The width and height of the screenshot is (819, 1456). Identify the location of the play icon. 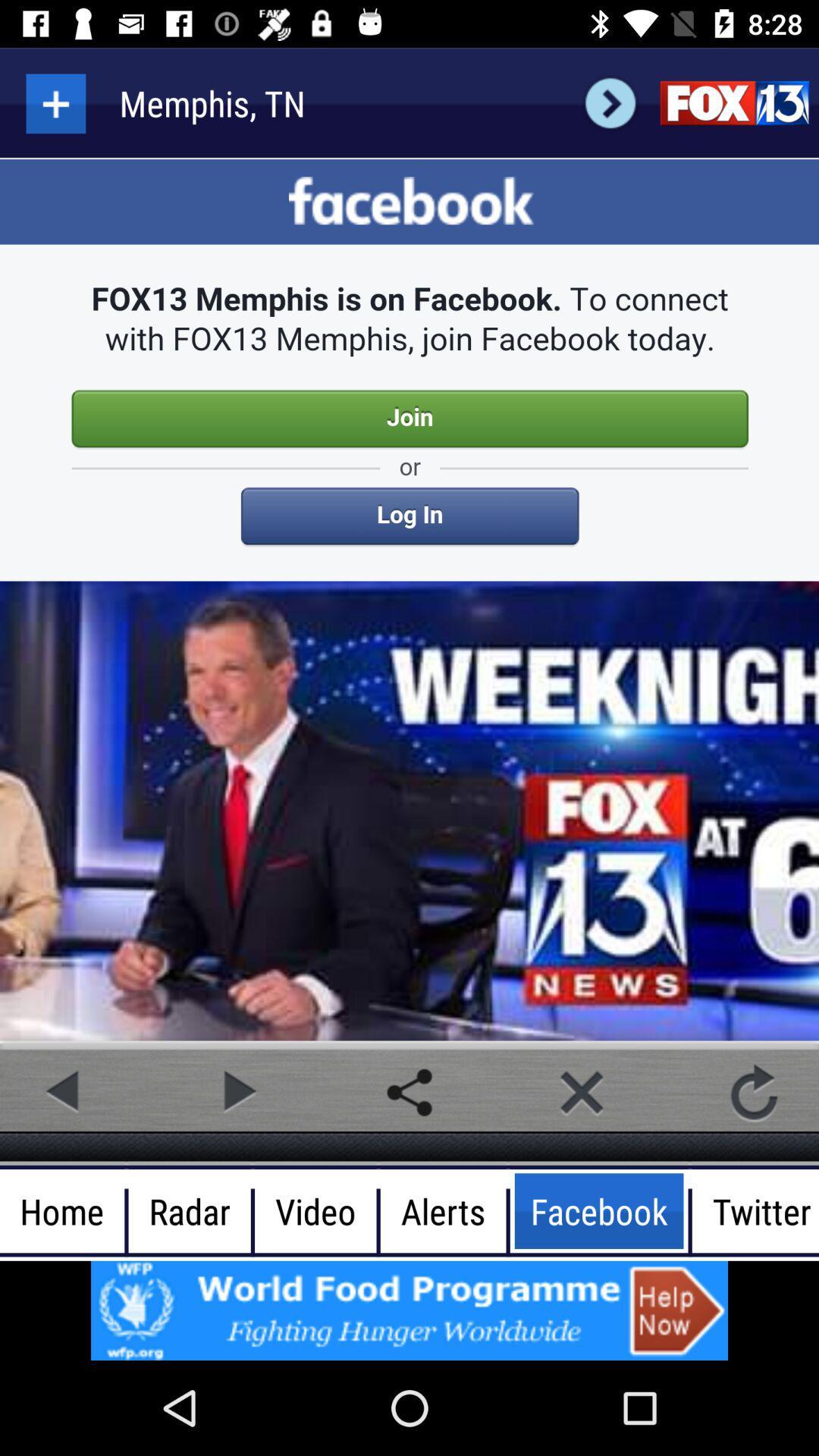
(237, 1092).